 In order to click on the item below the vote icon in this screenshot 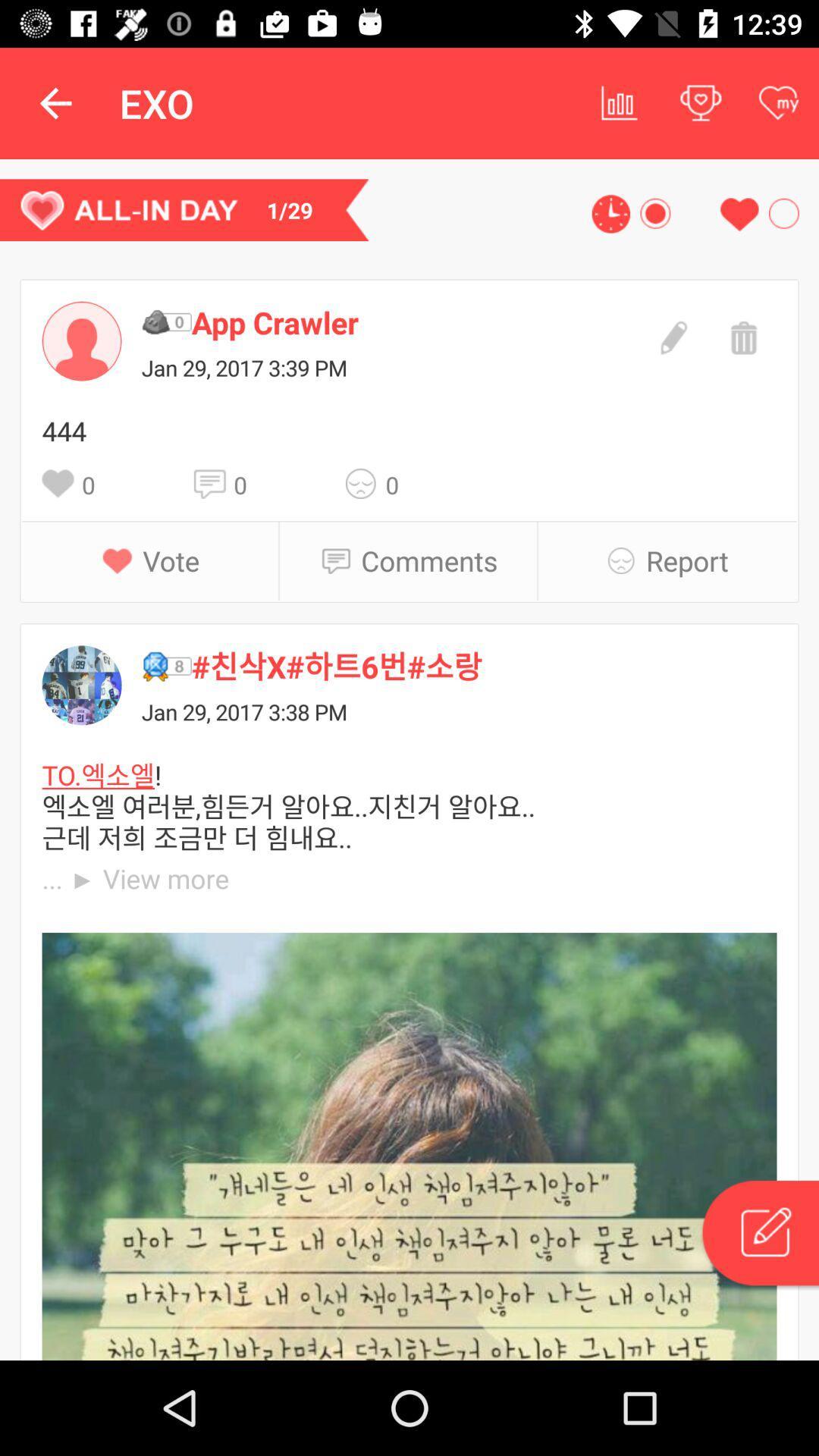, I will do `click(484, 666)`.